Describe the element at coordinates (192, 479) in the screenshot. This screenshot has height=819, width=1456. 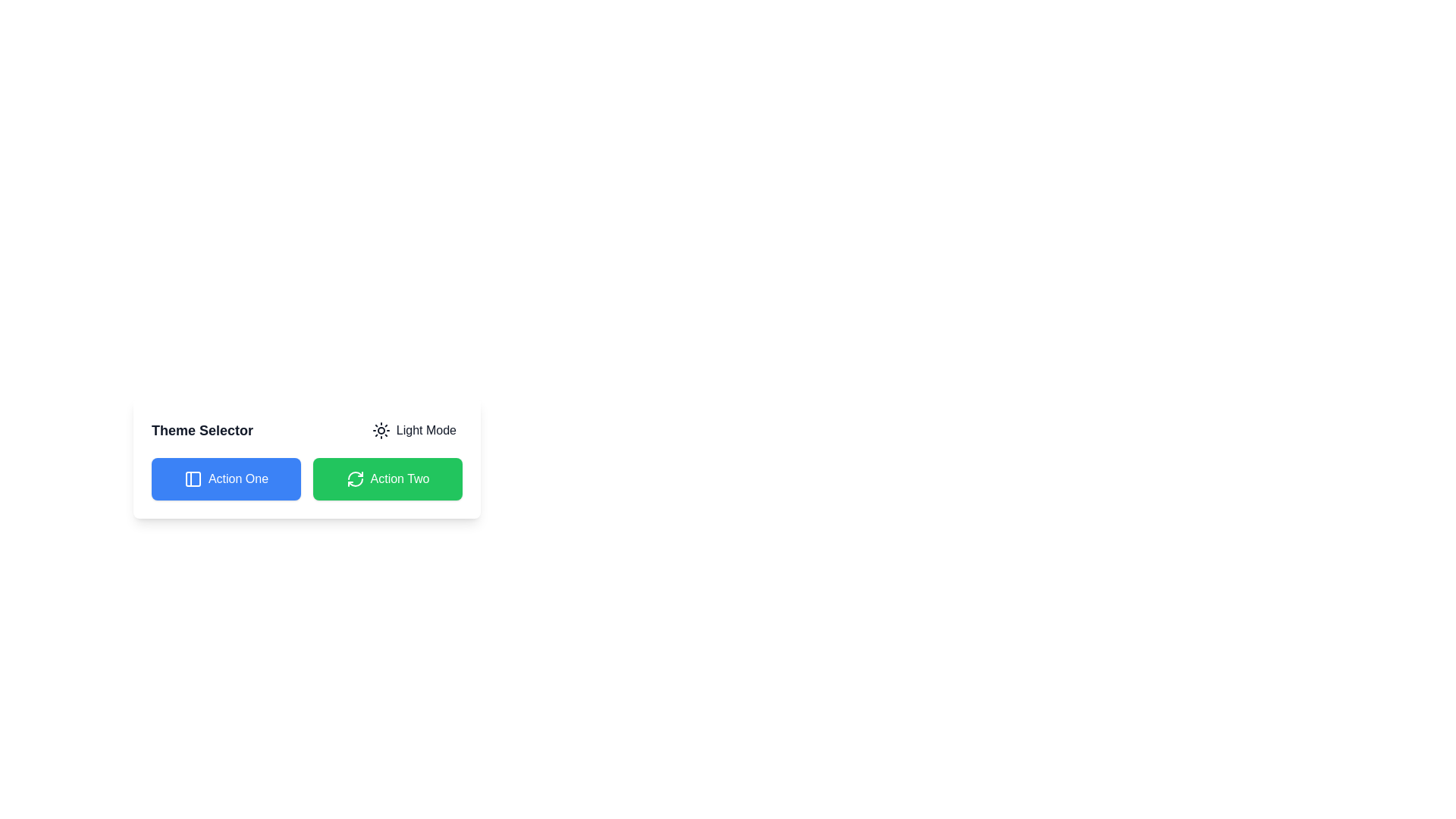
I see `the button labeled 'Action One' by clicking on the icon situated within it to trigger its associated action` at that location.